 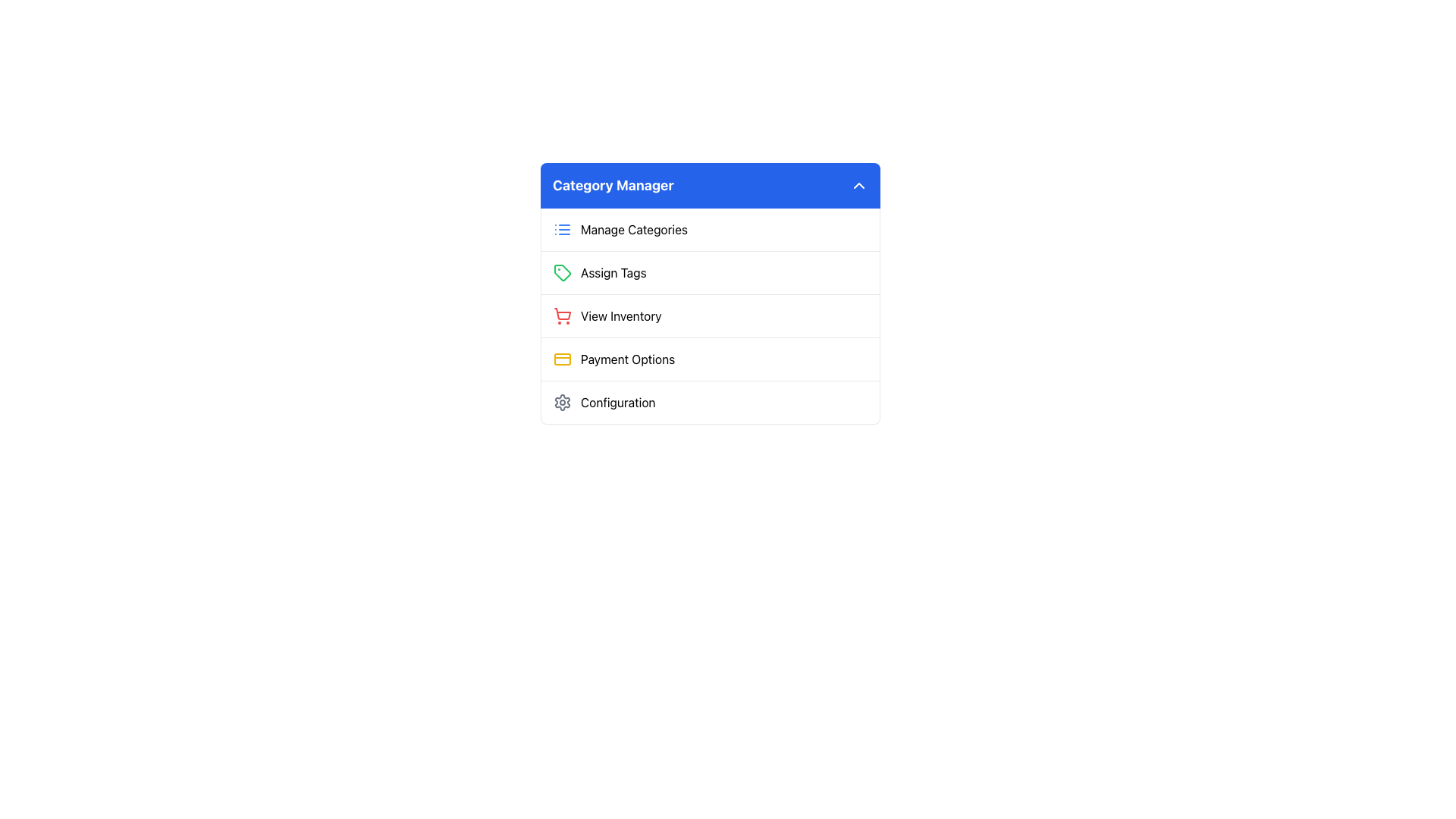 I want to click on the fifth selectable menu item in the 'Category Manager' list, so click(x=709, y=401).